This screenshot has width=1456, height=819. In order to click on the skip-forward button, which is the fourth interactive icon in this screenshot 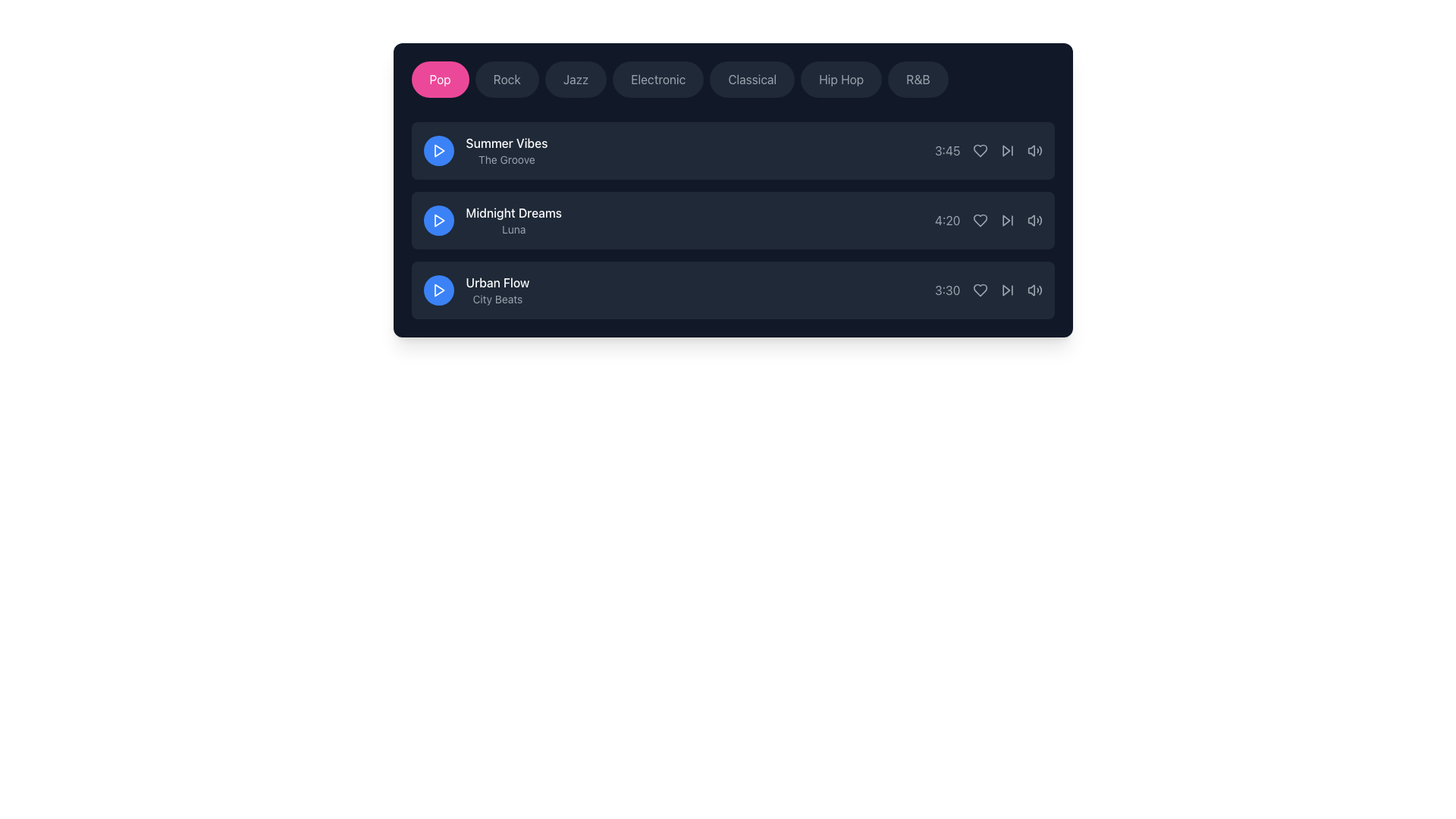, I will do `click(1007, 290)`.